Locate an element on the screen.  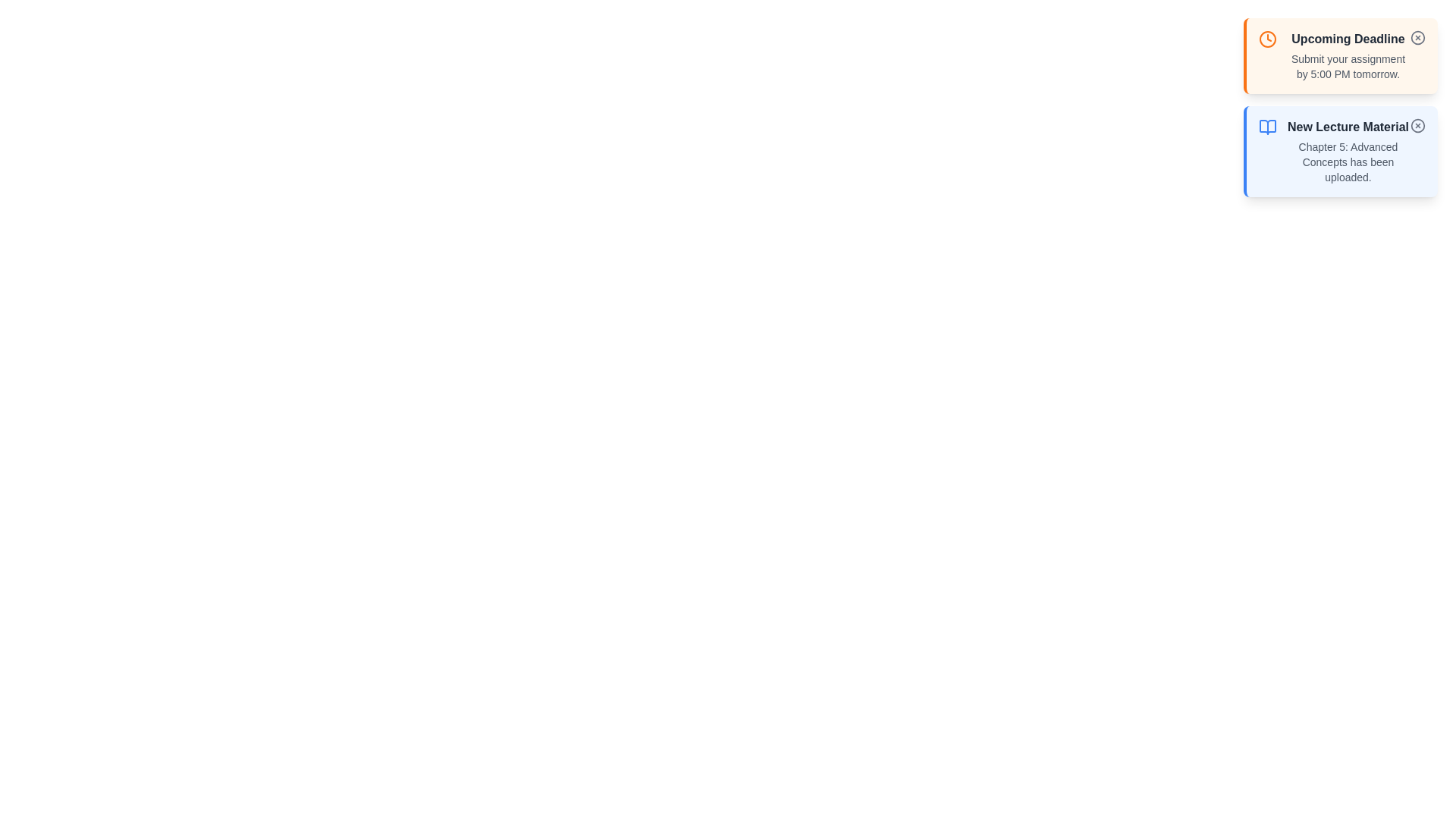
the dismiss button of the notification with title New Lecture Material is located at coordinates (1417, 124).